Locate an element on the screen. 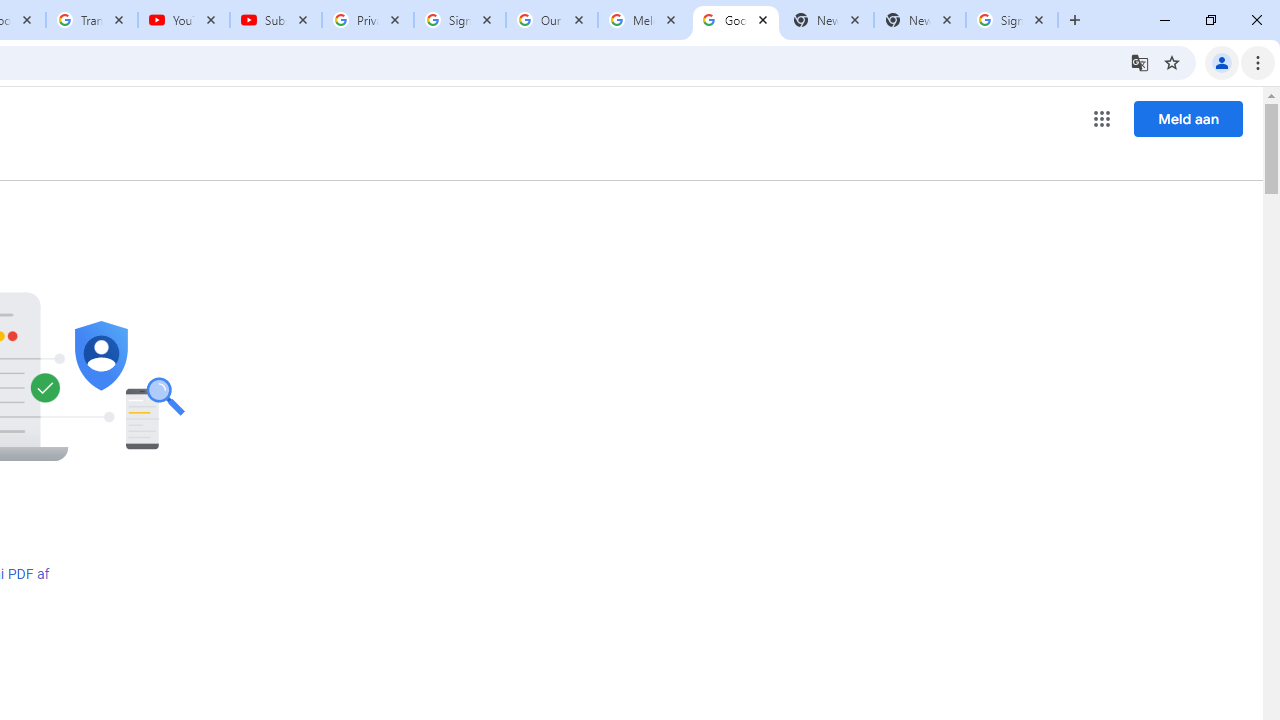 This screenshot has height=720, width=1280. 'YouTube' is located at coordinates (184, 20).